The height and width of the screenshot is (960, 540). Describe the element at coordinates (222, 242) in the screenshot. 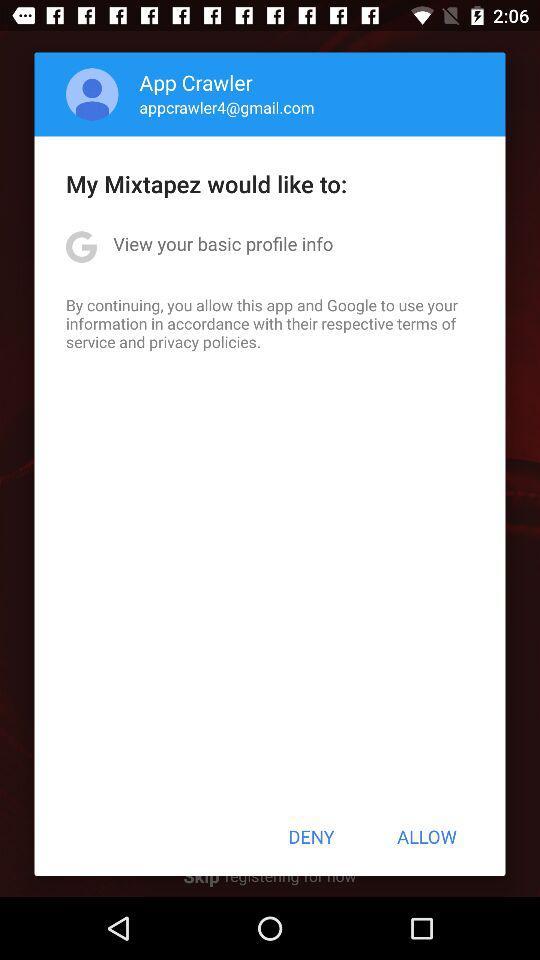

I see `the item below the my mixtapez would icon` at that location.